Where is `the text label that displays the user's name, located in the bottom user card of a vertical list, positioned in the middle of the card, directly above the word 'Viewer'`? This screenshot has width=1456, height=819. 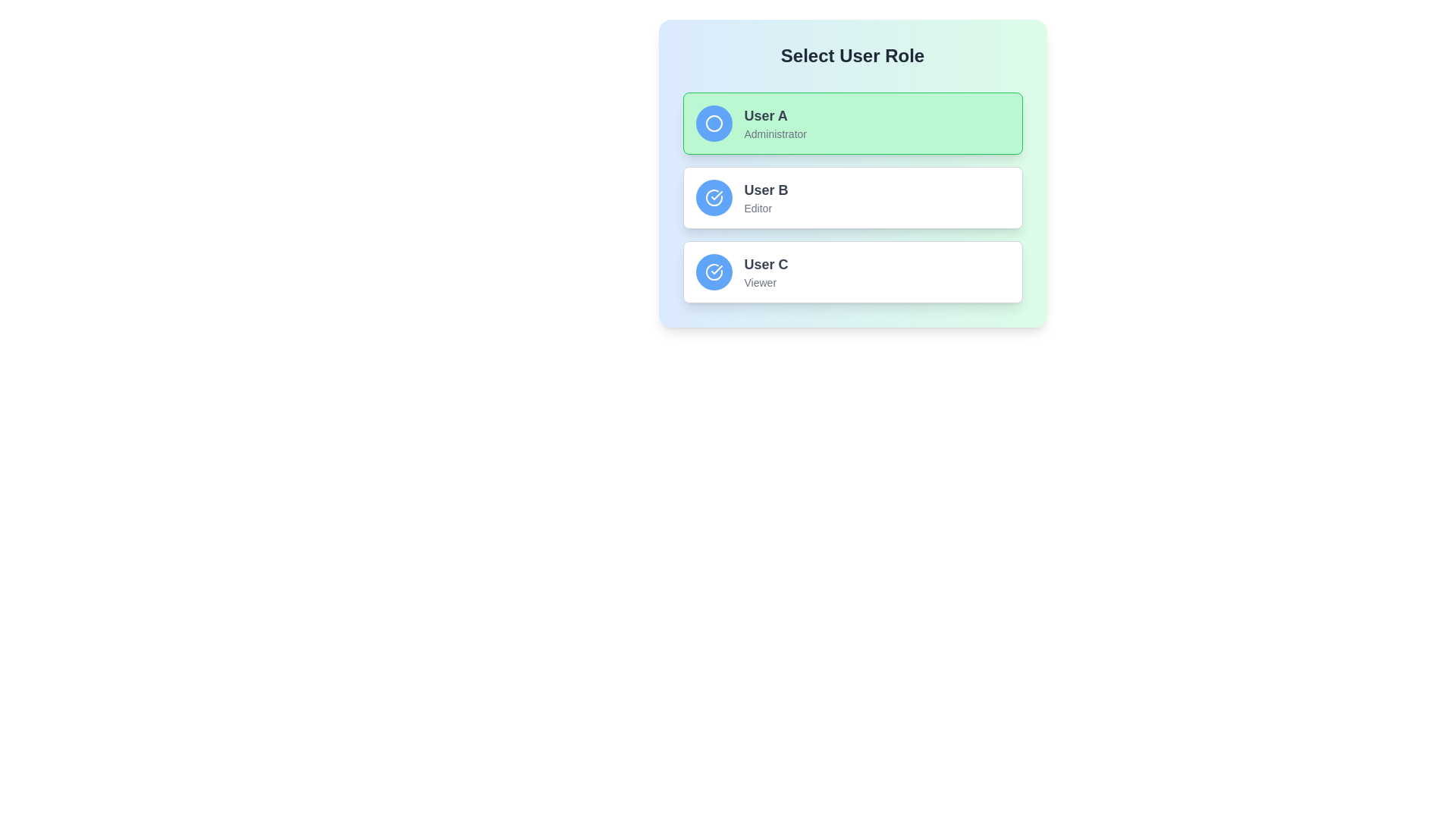
the text label that displays the user's name, located in the bottom user card of a vertical list, positioned in the middle of the card, directly above the word 'Viewer' is located at coordinates (766, 263).